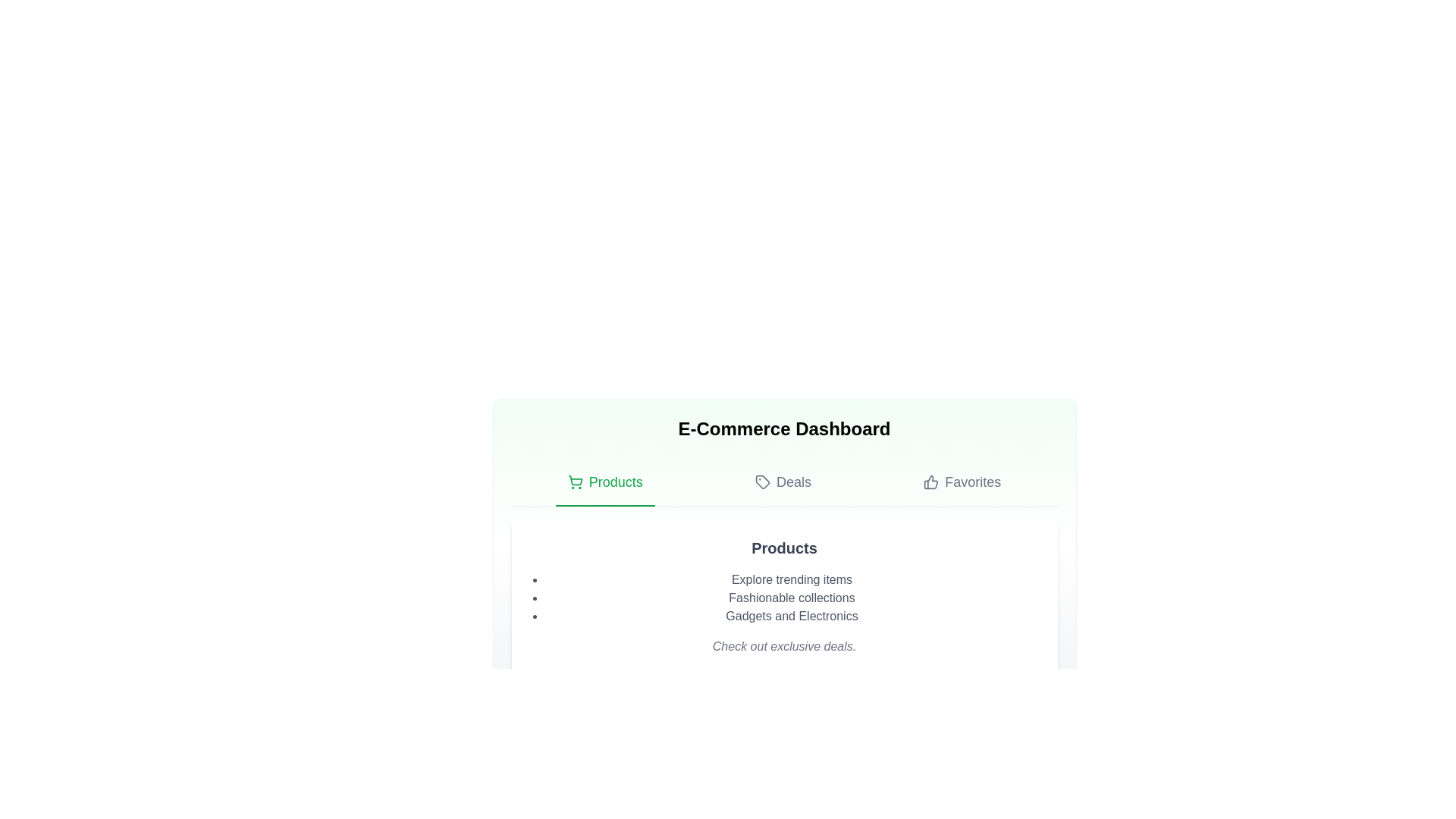 The width and height of the screenshot is (1456, 819). Describe the element at coordinates (791, 598) in the screenshot. I see `the static text component that represents 'Fashionable collections' situated between 'Explore trending items' and 'Gadgets and Electronics' in the product listing` at that location.